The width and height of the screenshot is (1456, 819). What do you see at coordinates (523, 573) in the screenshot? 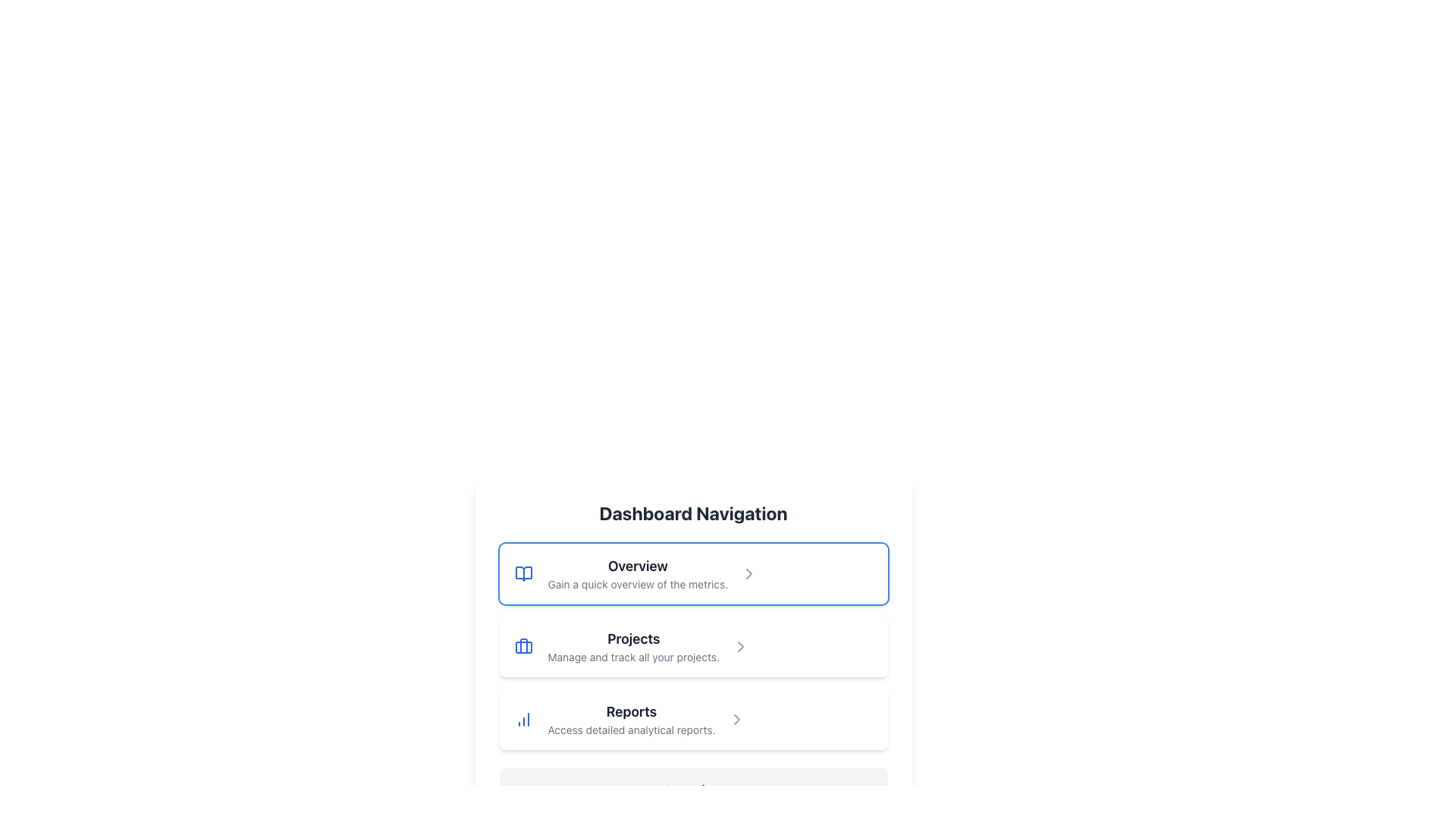
I see `the rounded square-shaped icon with a blue outline and a book-like symbol, located at the leftmost side within the 'Overview' section` at bounding box center [523, 573].